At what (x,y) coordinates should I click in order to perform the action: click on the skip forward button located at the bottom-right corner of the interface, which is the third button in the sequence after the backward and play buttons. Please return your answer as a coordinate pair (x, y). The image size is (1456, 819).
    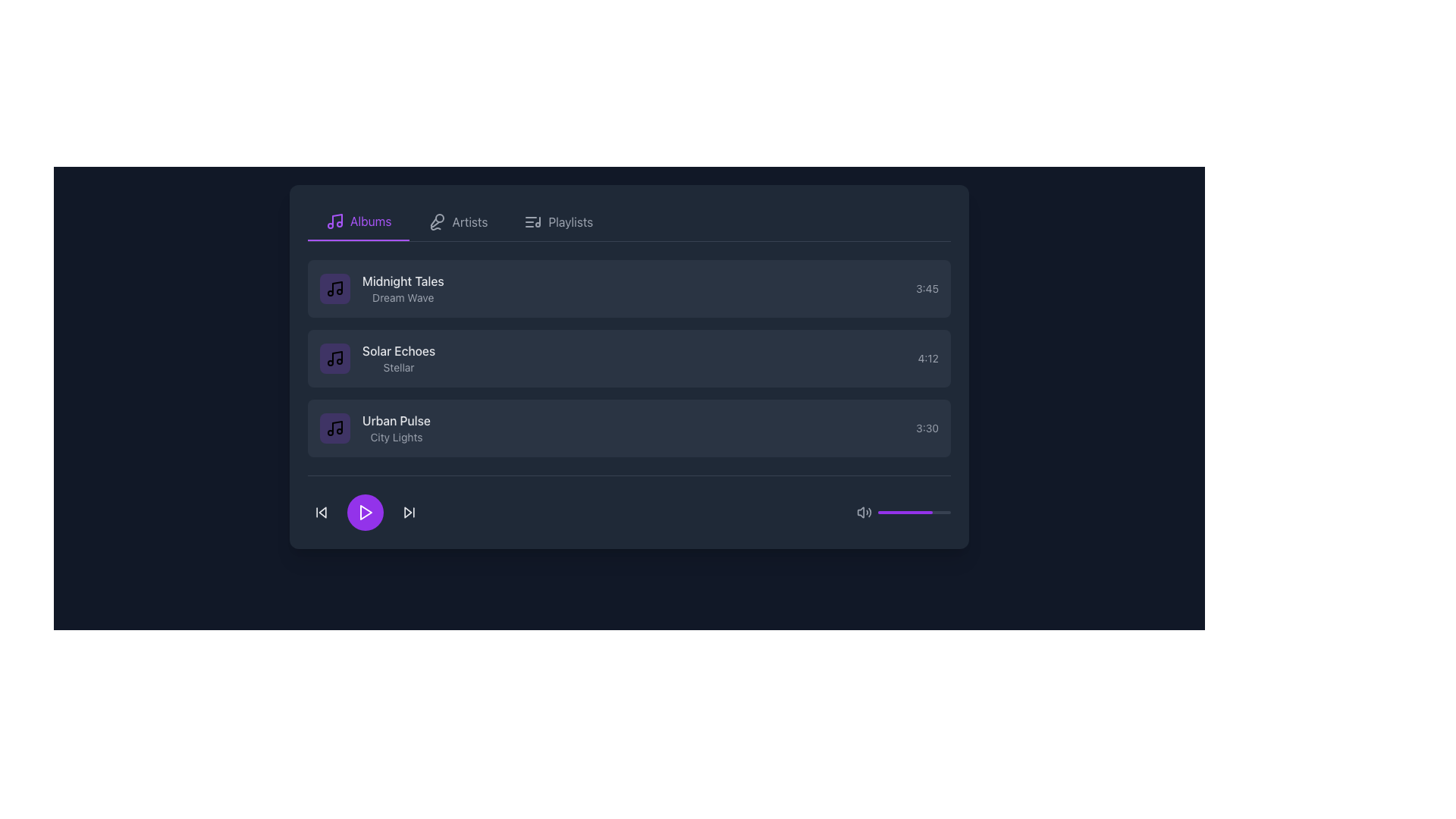
    Looking at the image, I should click on (409, 512).